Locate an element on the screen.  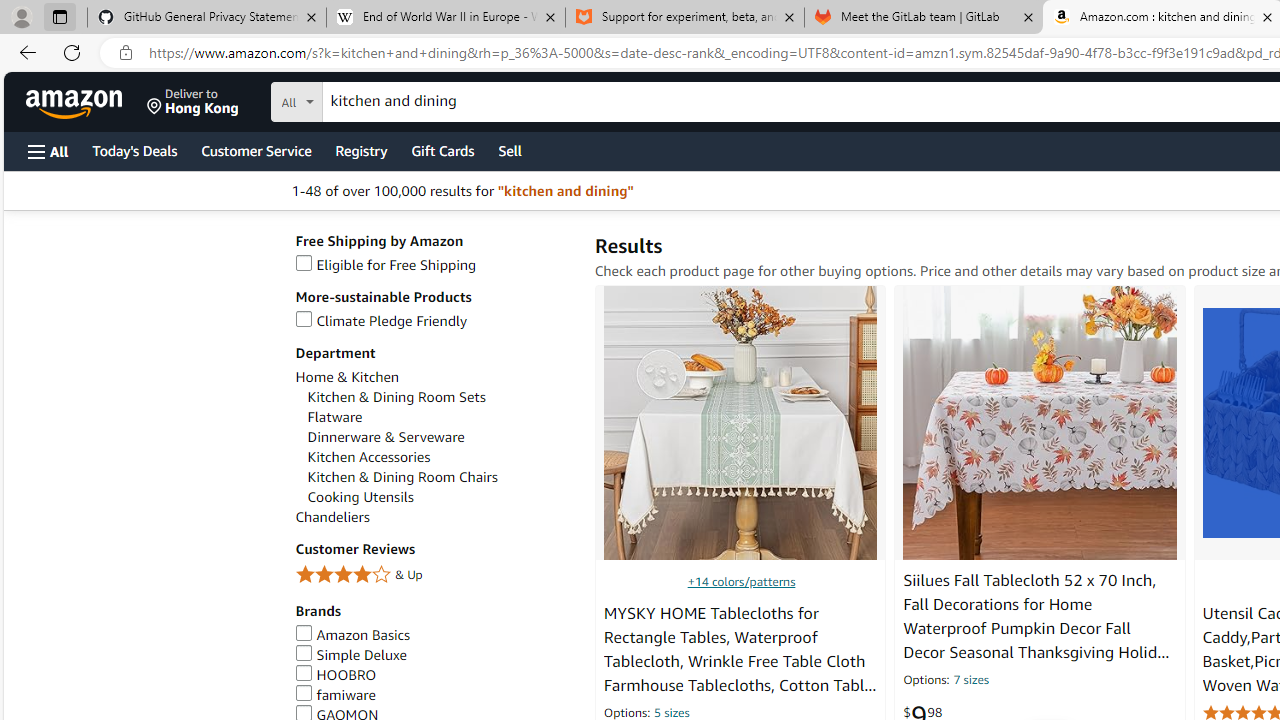
'Dinnerware & Serveware' is located at coordinates (439, 436).